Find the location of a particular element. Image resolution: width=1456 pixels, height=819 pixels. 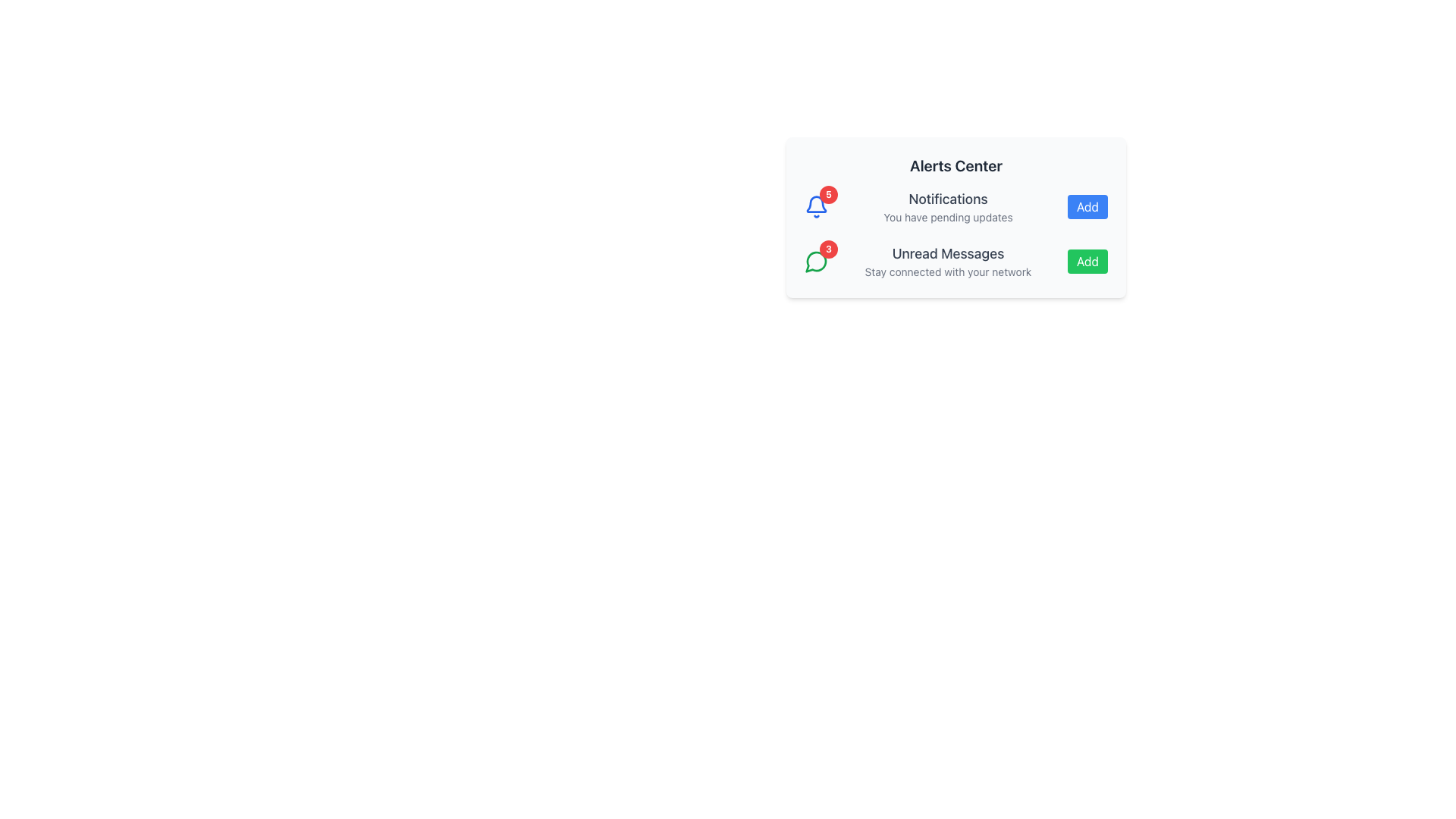

the Text Label displaying 'You have pending updates', located below the 'Notifications' heading in the 'Alerts Center' module is located at coordinates (947, 217).